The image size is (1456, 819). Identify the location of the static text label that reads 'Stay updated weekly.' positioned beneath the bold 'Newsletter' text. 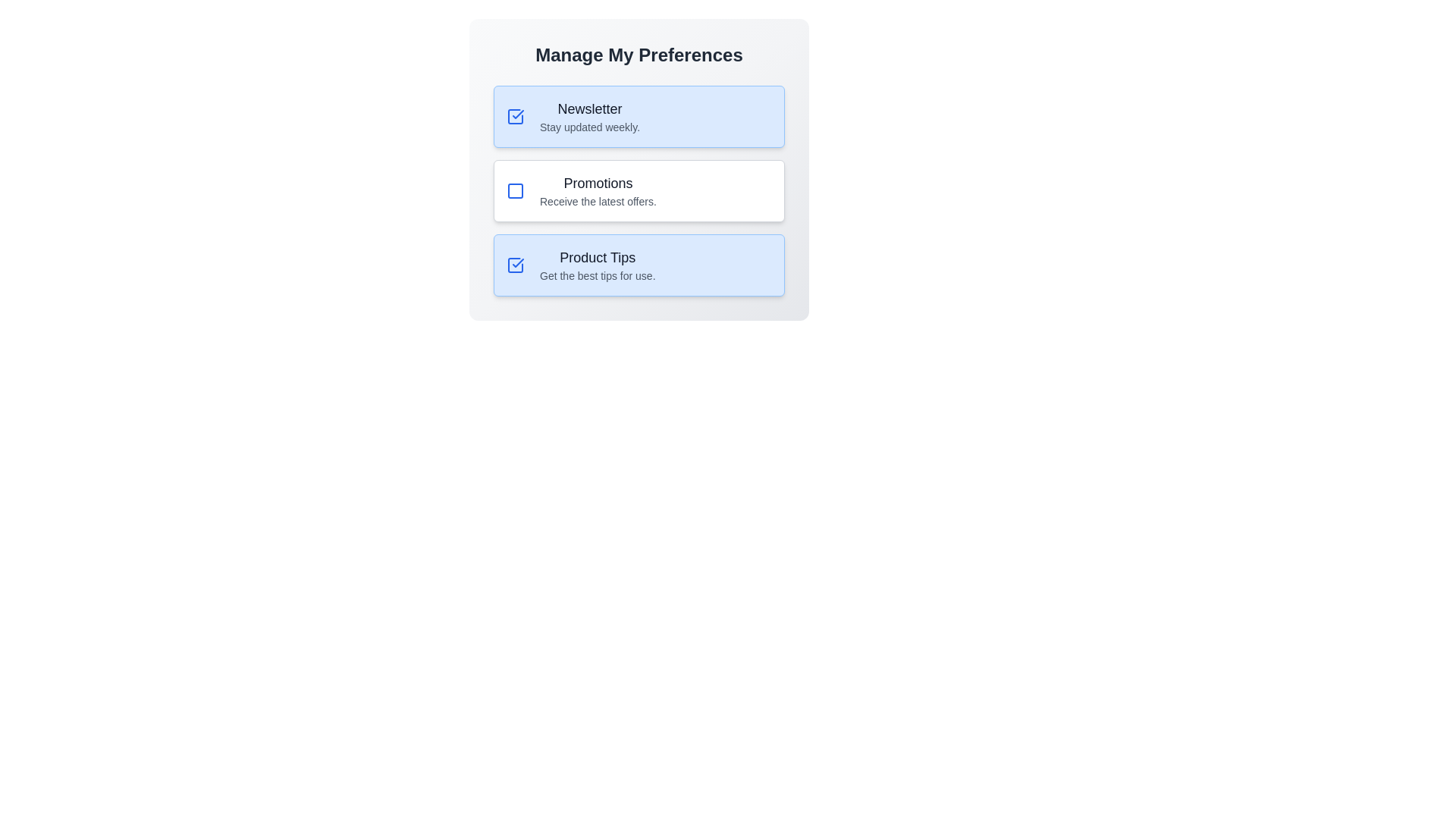
(588, 127).